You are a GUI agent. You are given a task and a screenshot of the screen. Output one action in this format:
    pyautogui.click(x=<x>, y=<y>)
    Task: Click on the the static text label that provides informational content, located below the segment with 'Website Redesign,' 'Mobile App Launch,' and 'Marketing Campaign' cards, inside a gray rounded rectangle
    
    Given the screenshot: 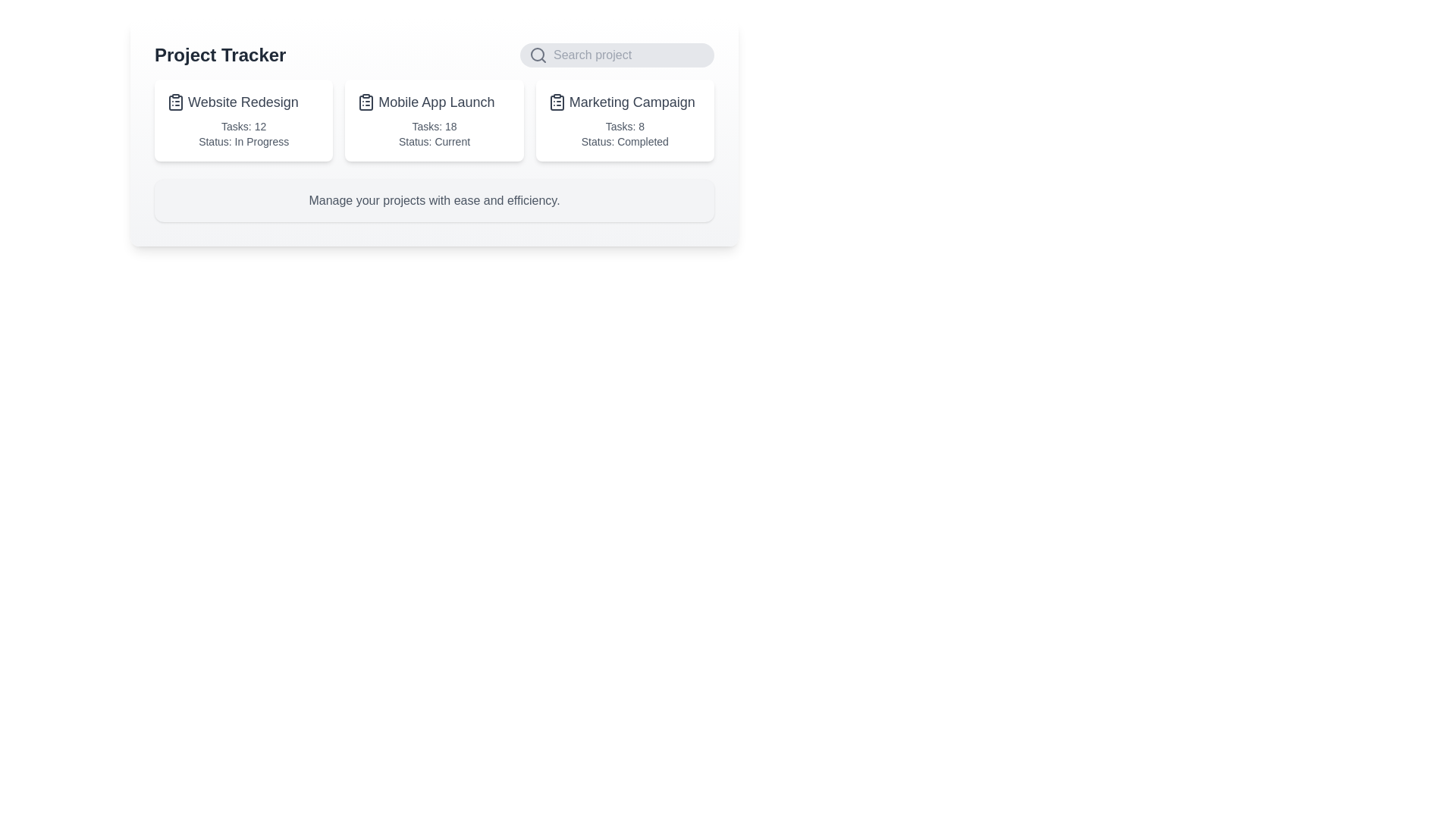 What is the action you would take?
    pyautogui.click(x=433, y=200)
    